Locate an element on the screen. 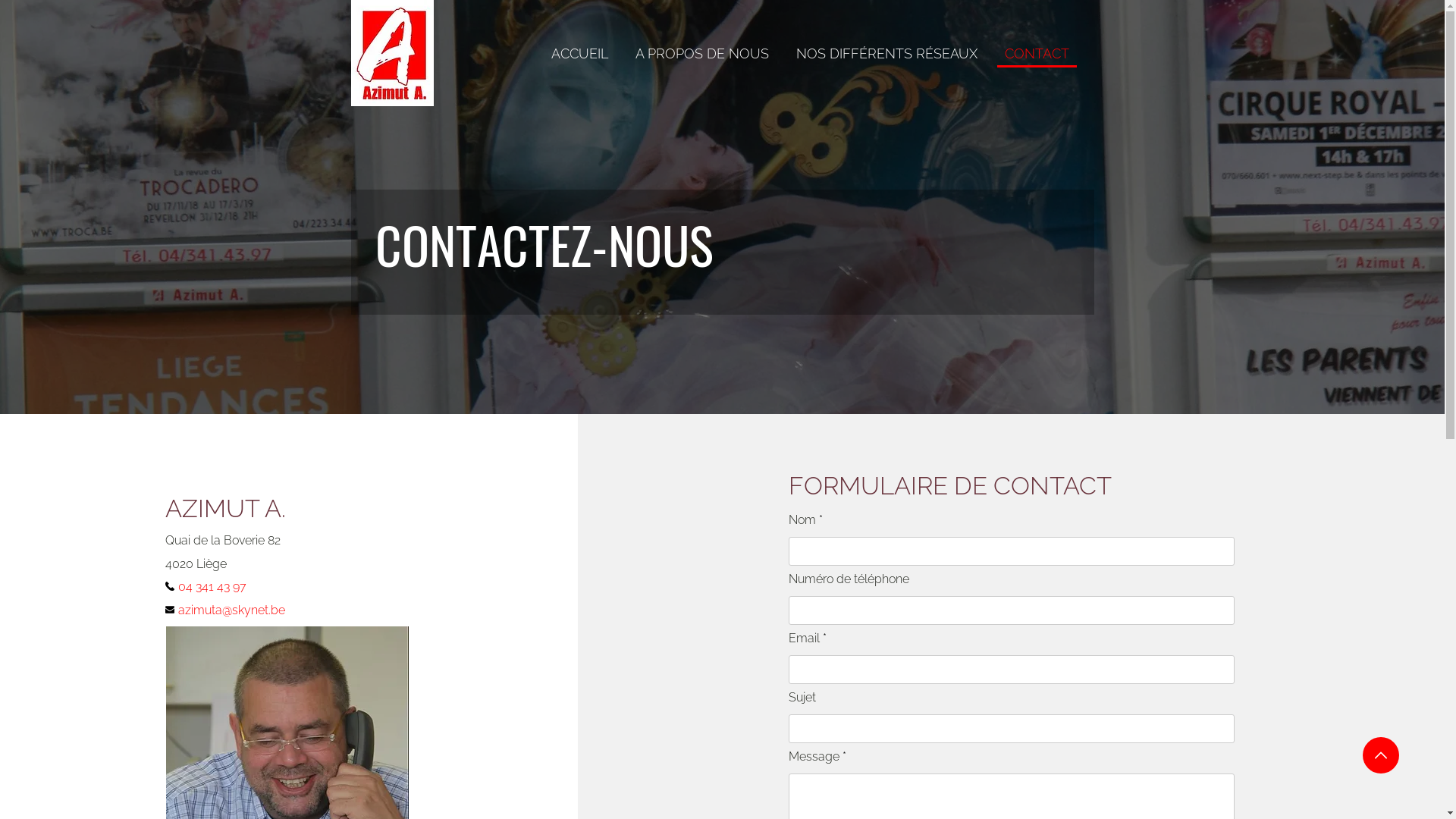 The height and width of the screenshot is (819, 1456). 'azimuta@skynet.be' is located at coordinates (239, 609).